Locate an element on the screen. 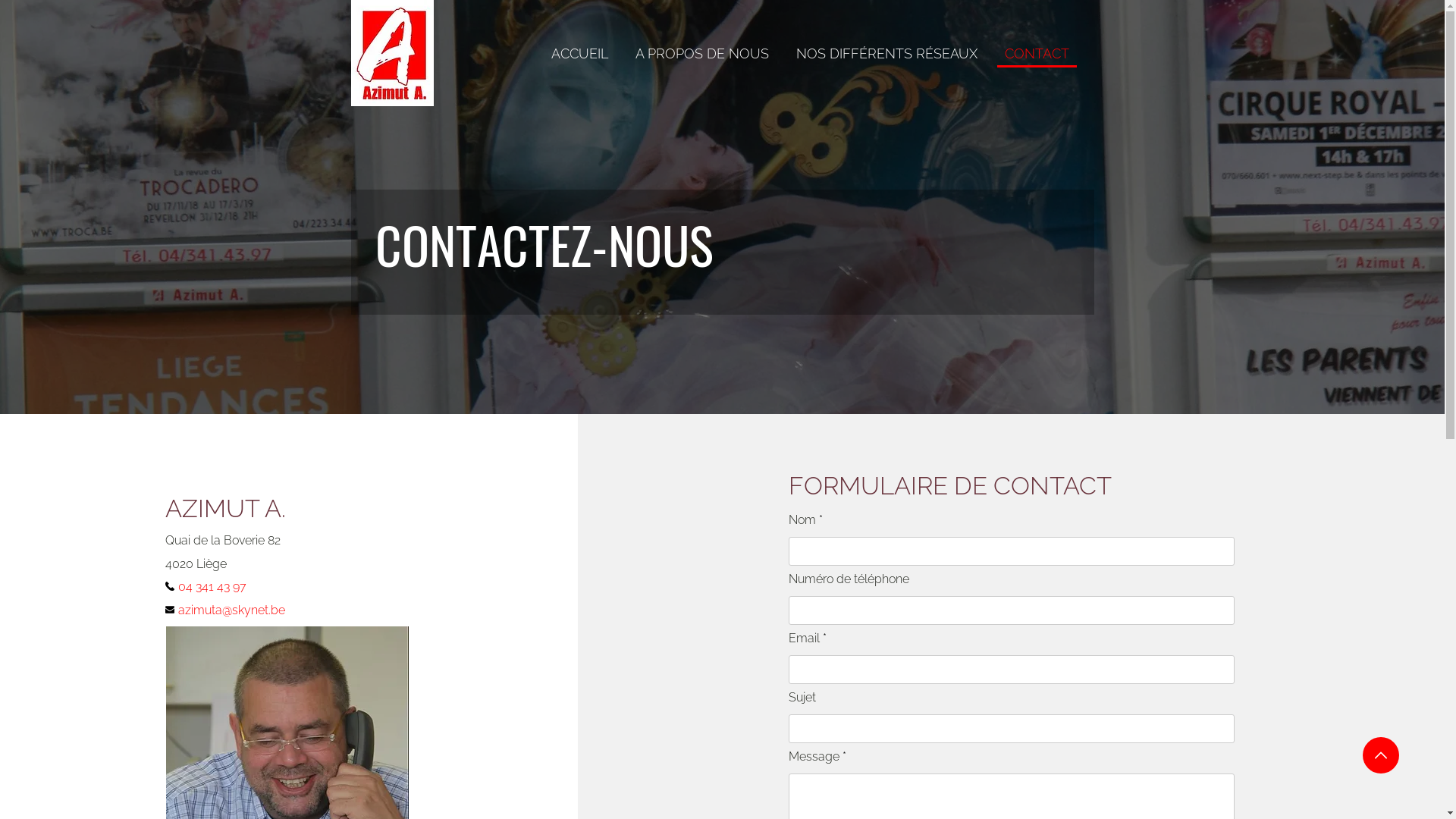 The height and width of the screenshot is (819, 1456). 'azimuta@skynet.be' is located at coordinates (239, 609).